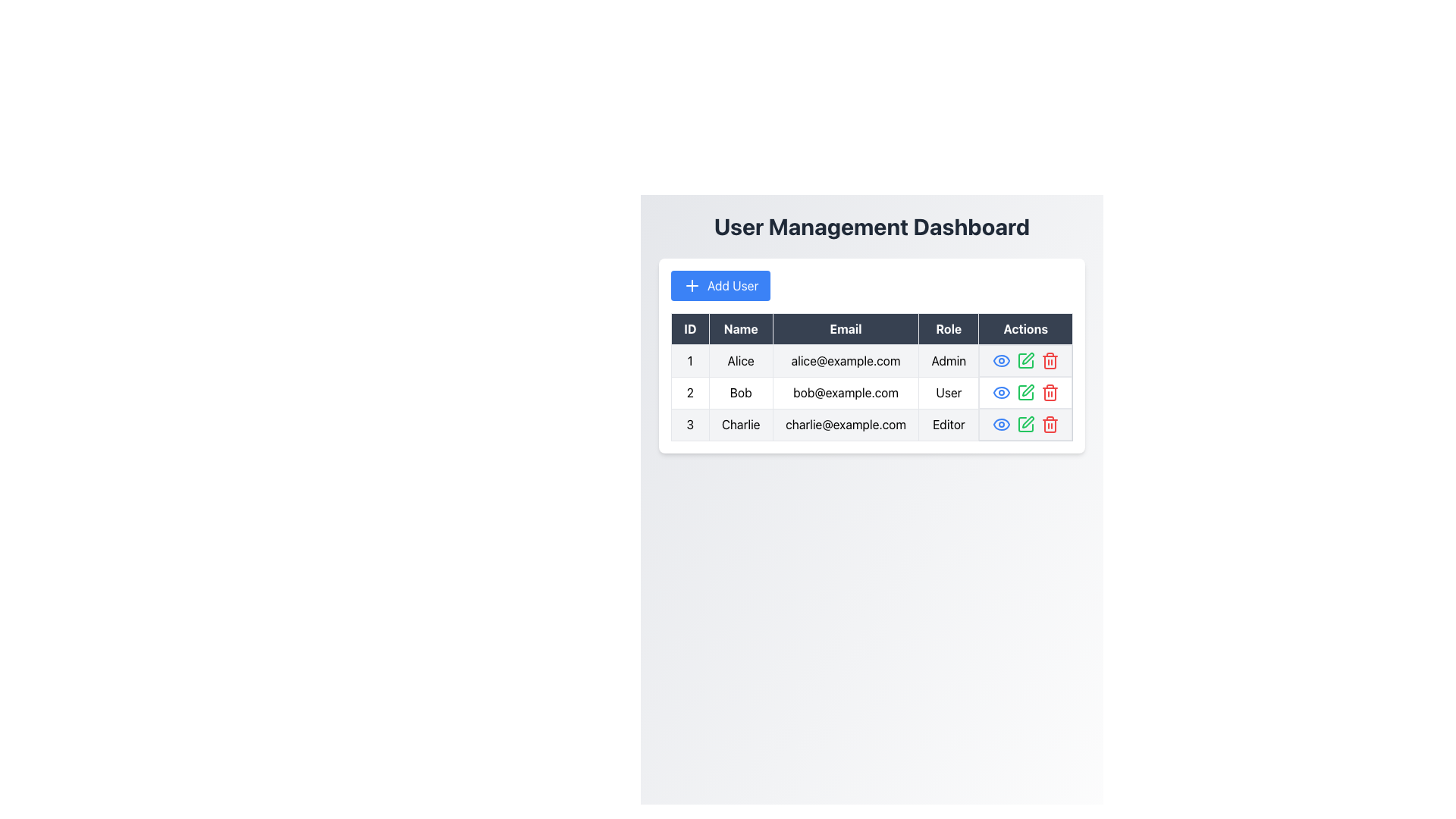 The image size is (1456, 819). I want to click on a row in the user management table, which includes columns for 'ID', 'Name', 'Email', 'Role', and 'Actions', so click(872, 376).